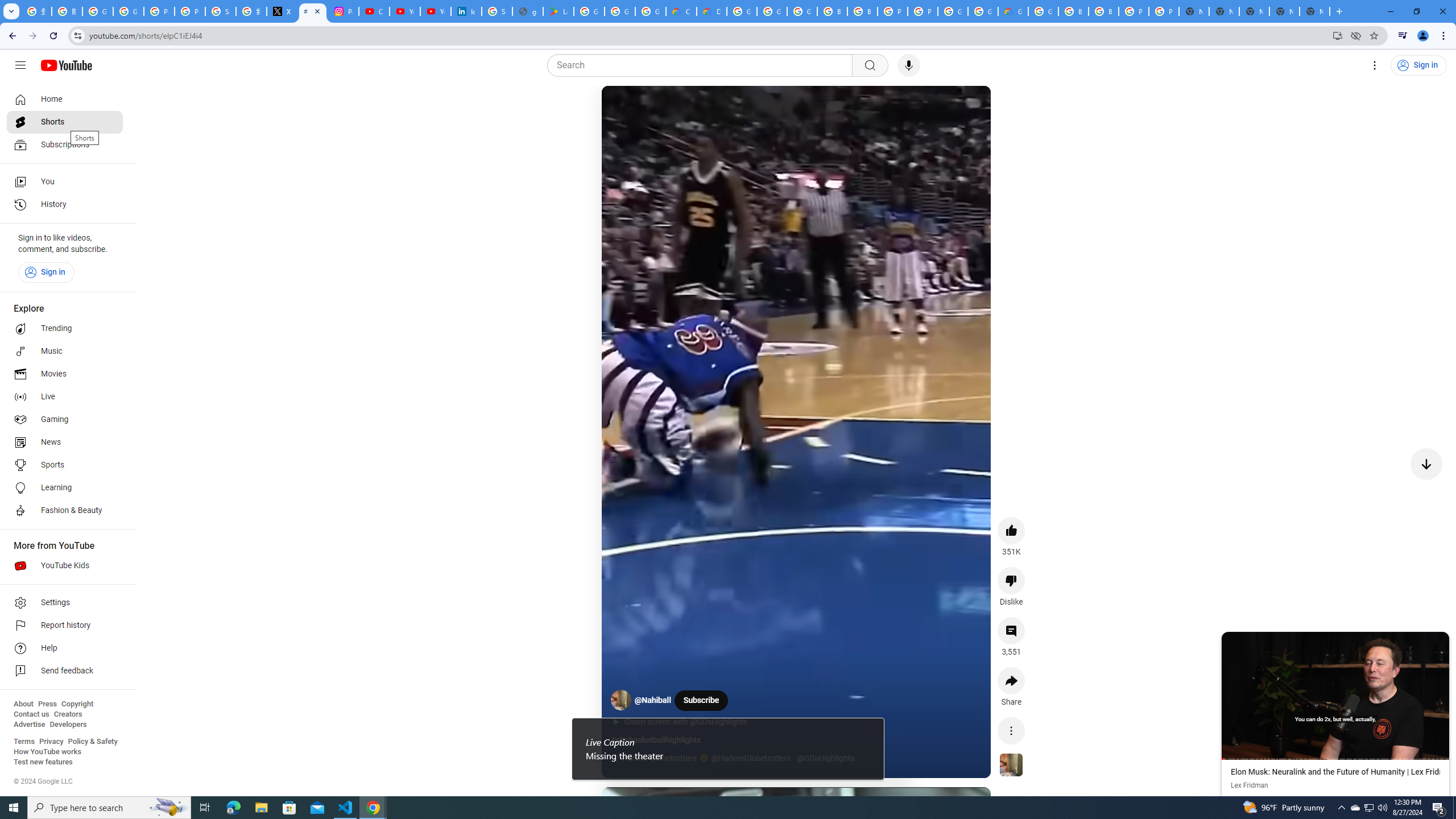 The width and height of the screenshot is (1456, 819). I want to click on 'Subscribe', so click(700, 700).